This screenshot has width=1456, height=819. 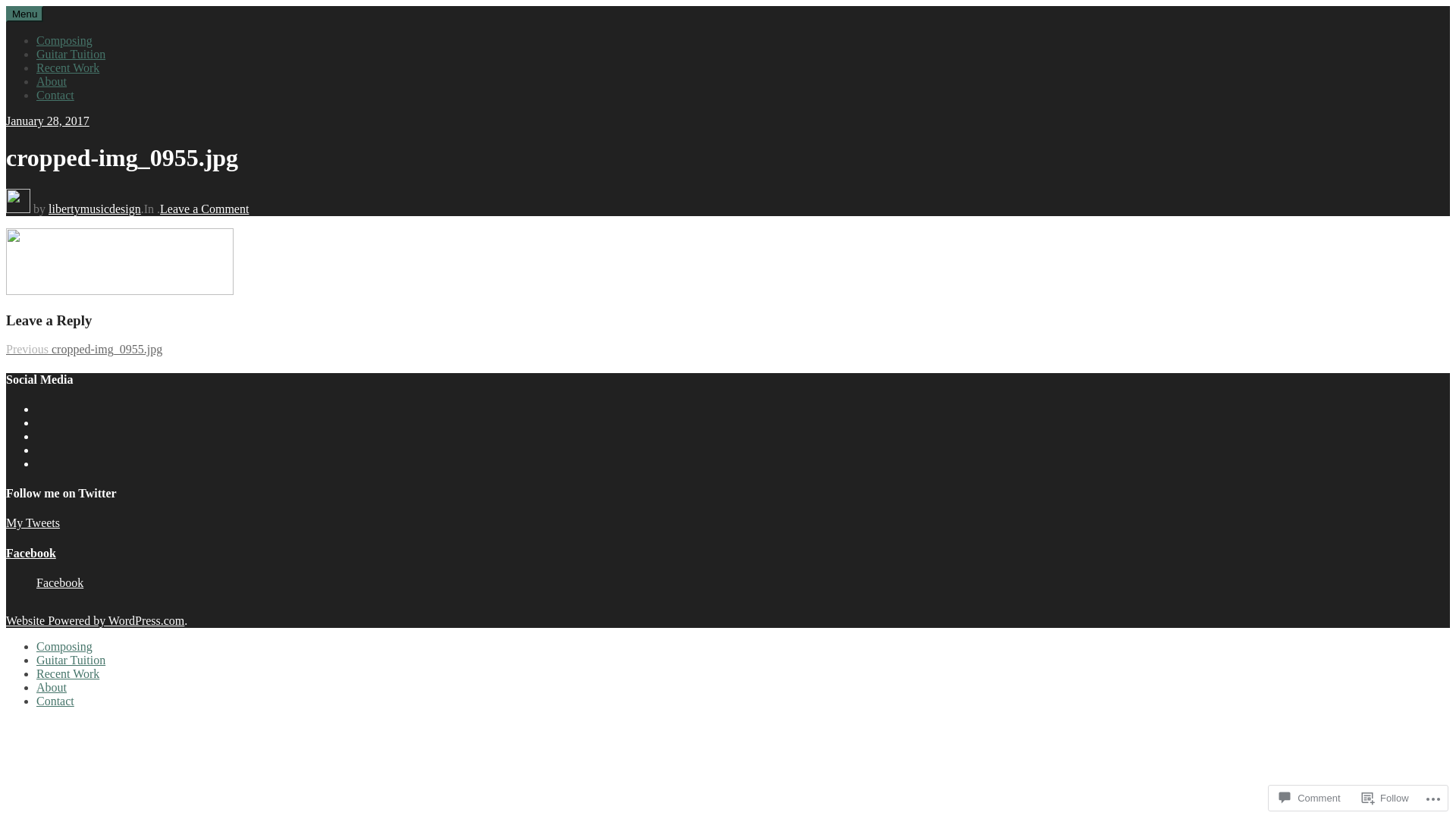 I want to click on 'Comment', so click(x=1309, y=797).